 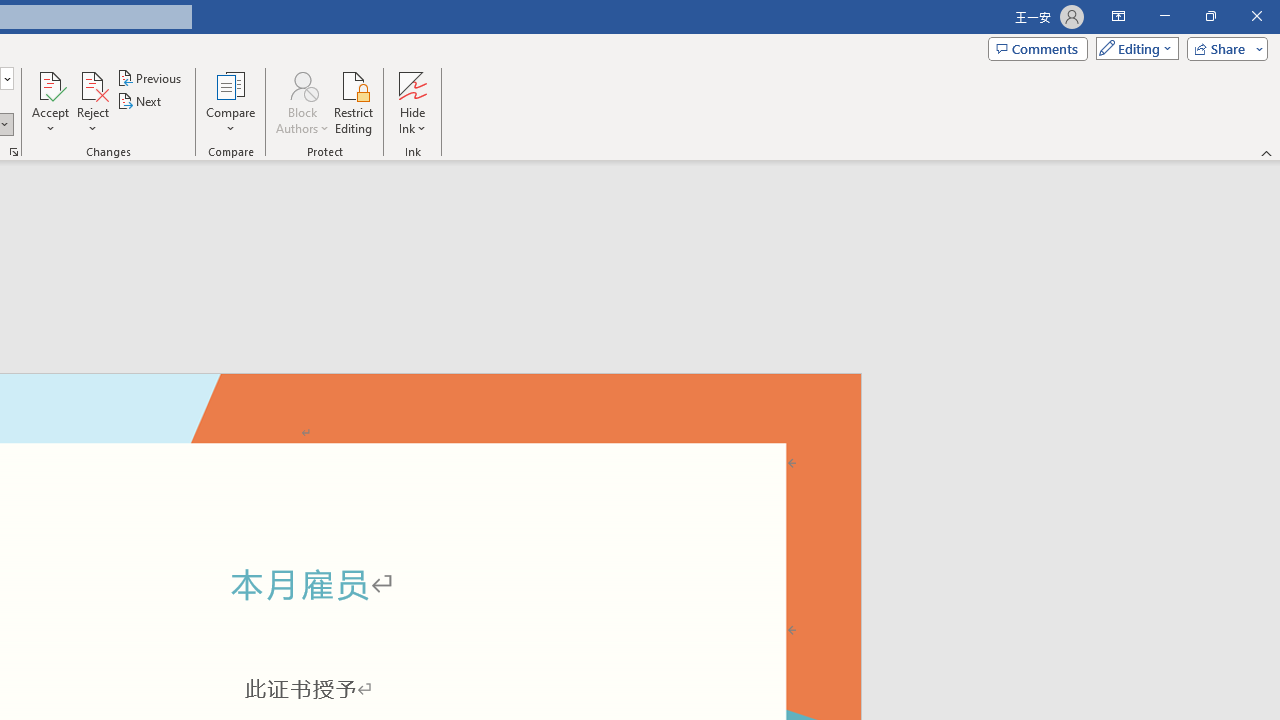 I want to click on 'Mode', so click(x=1133, y=47).